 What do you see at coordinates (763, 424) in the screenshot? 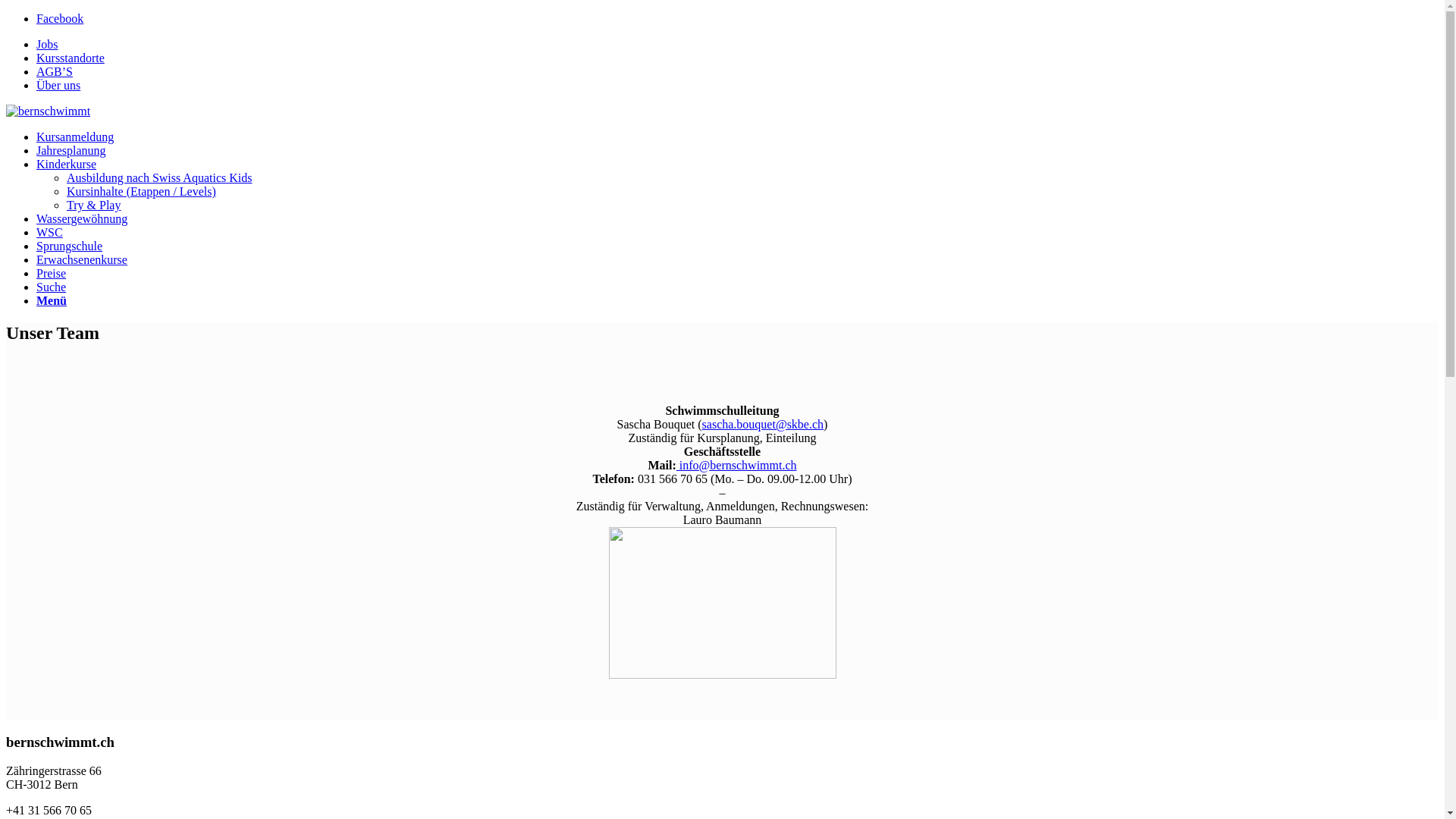
I see `'sascha.bouquet@skbe.ch'` at bounding box center [763, 424].